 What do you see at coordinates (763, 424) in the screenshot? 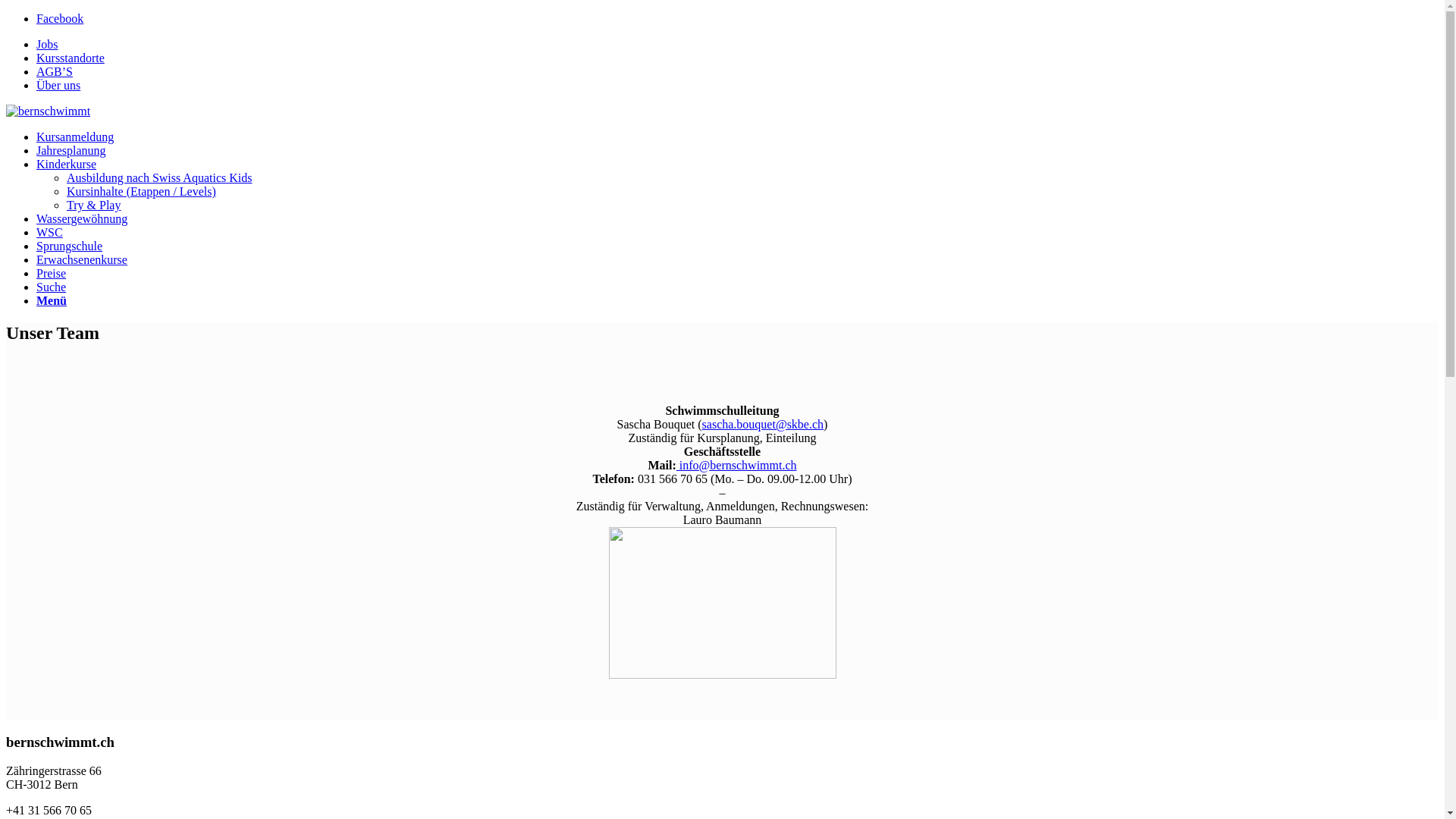
I see `'sascha.bouquet@skbe.ch'` at bounding box center [763, 424].